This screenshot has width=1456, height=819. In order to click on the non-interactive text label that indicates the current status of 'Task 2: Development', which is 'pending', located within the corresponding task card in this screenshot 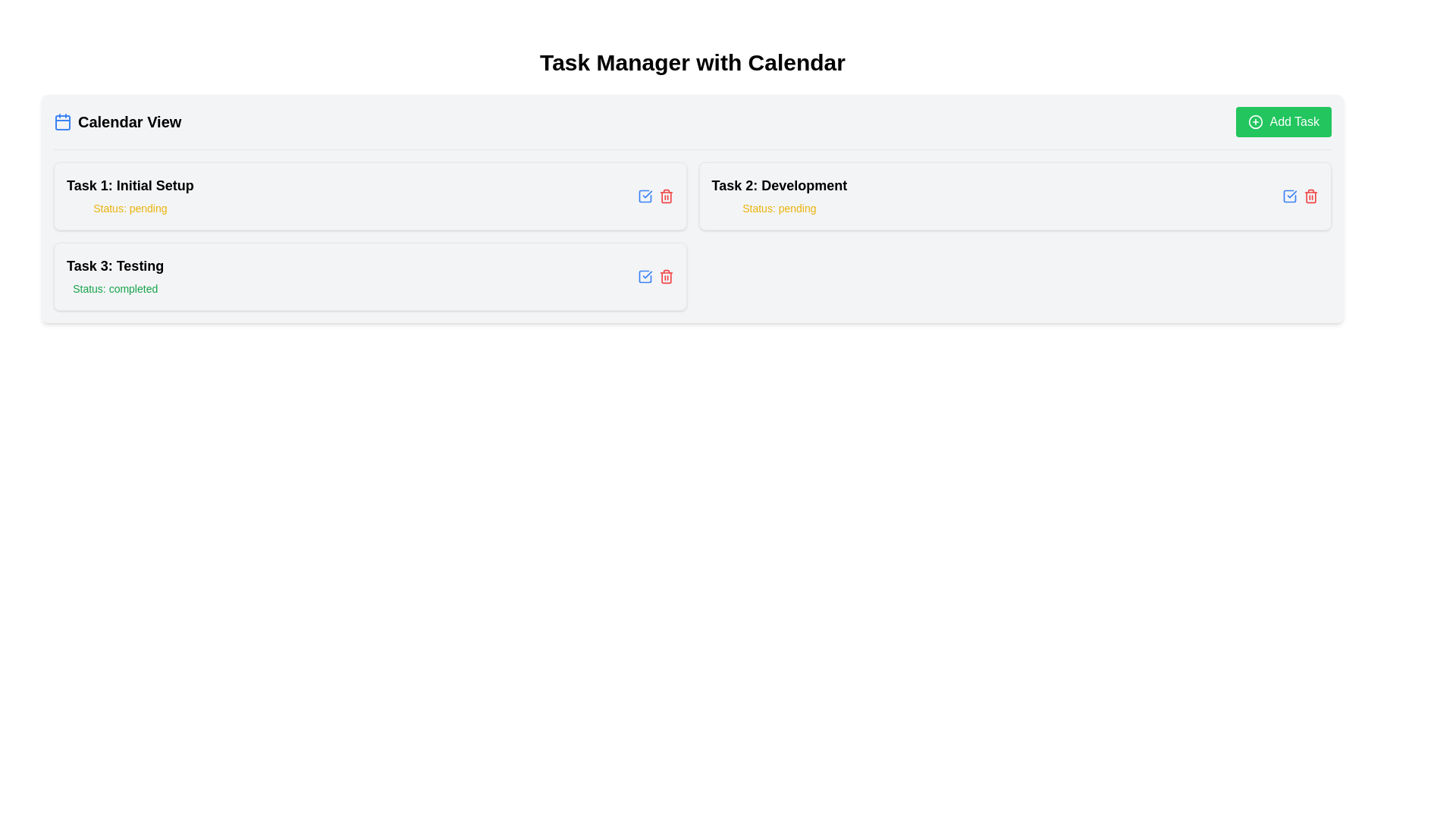, I will do `click(779, 208)`.